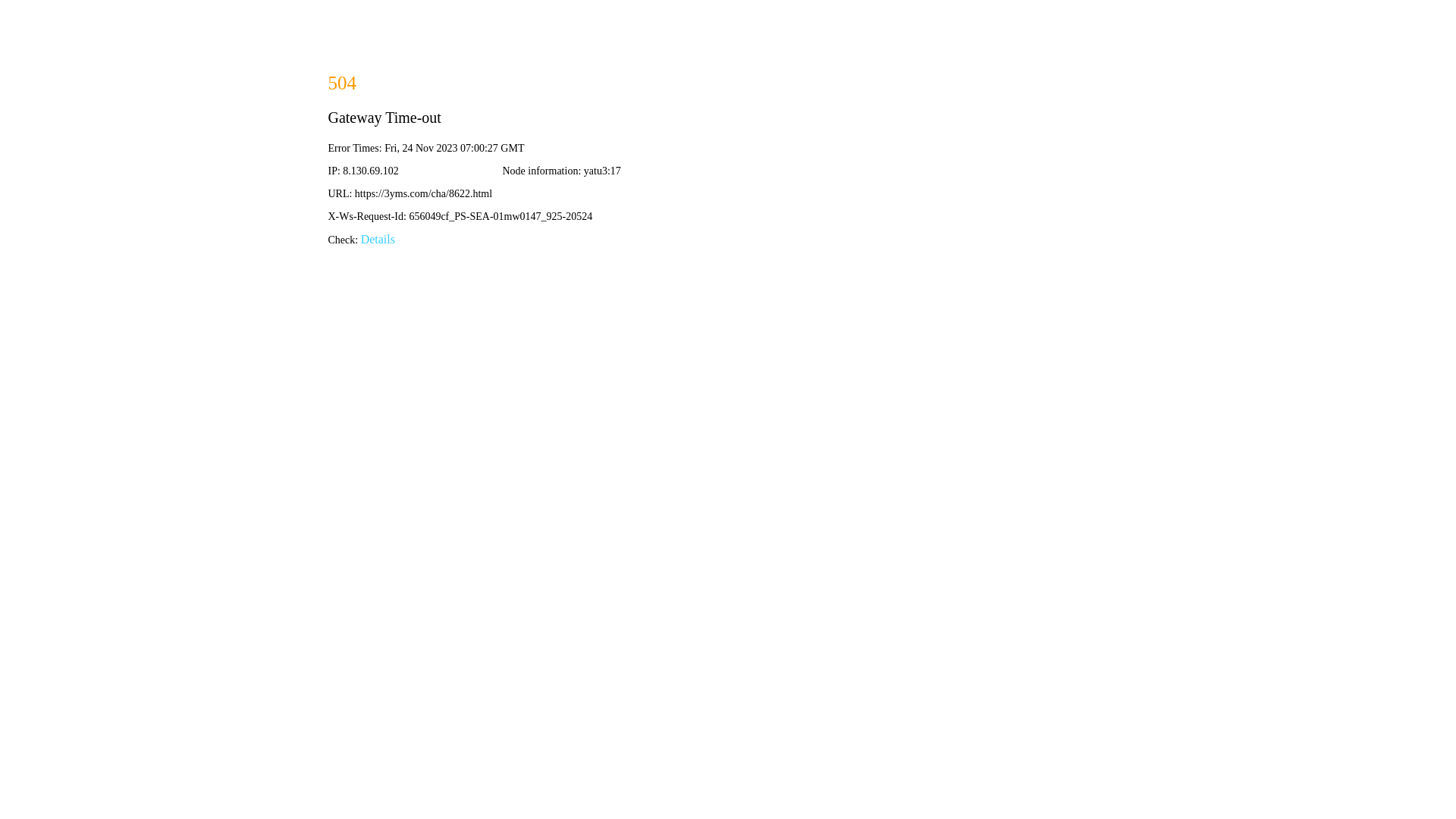 This screenshot has width=1456, height=819. What do you see at coordinates (378, 239) in the screenshot?
I see `'Details'` at bounding box center [378, 239].